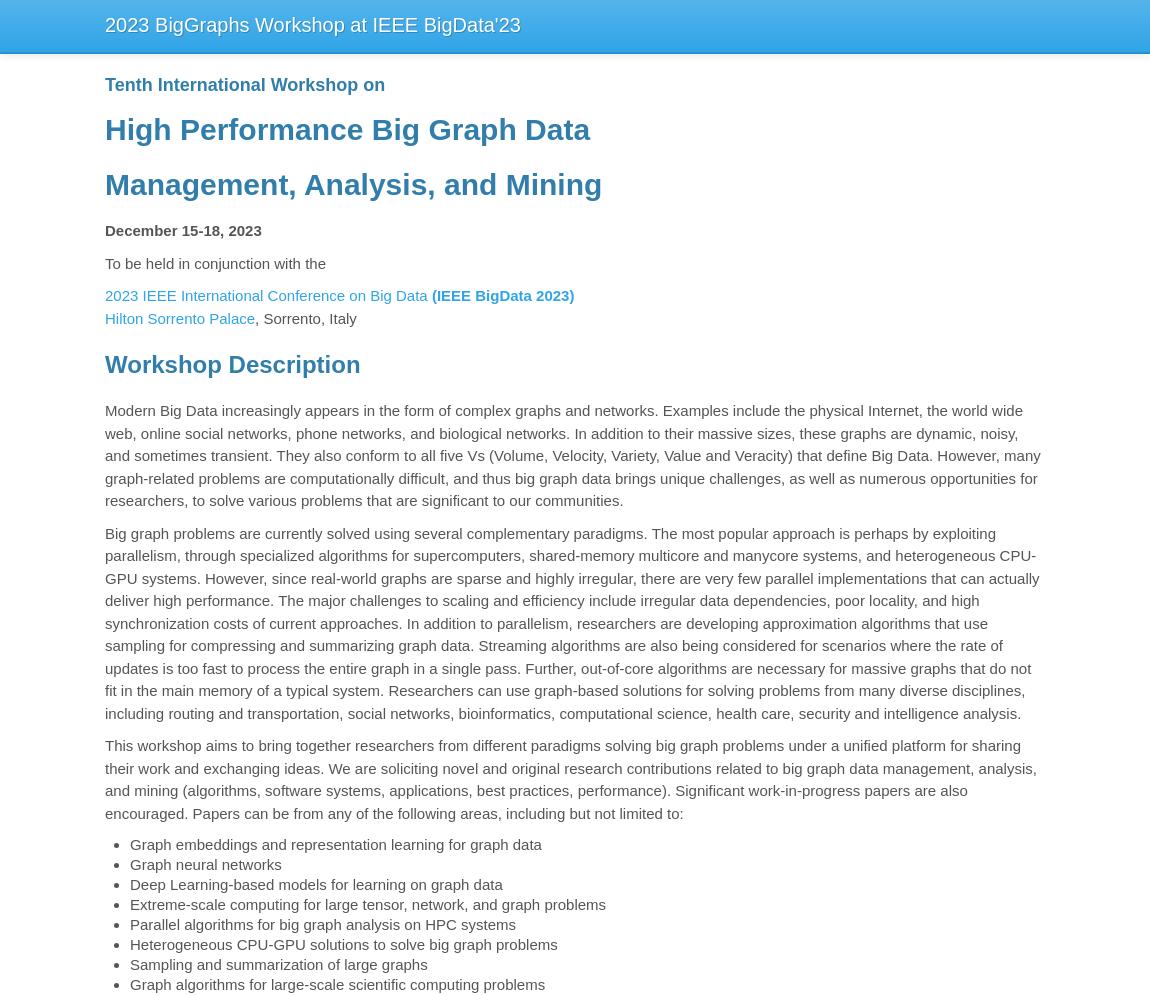  Describe the element at coordinates (243, 84) in the screenshot. I see `'Tenth International Workshop on'` at that location.